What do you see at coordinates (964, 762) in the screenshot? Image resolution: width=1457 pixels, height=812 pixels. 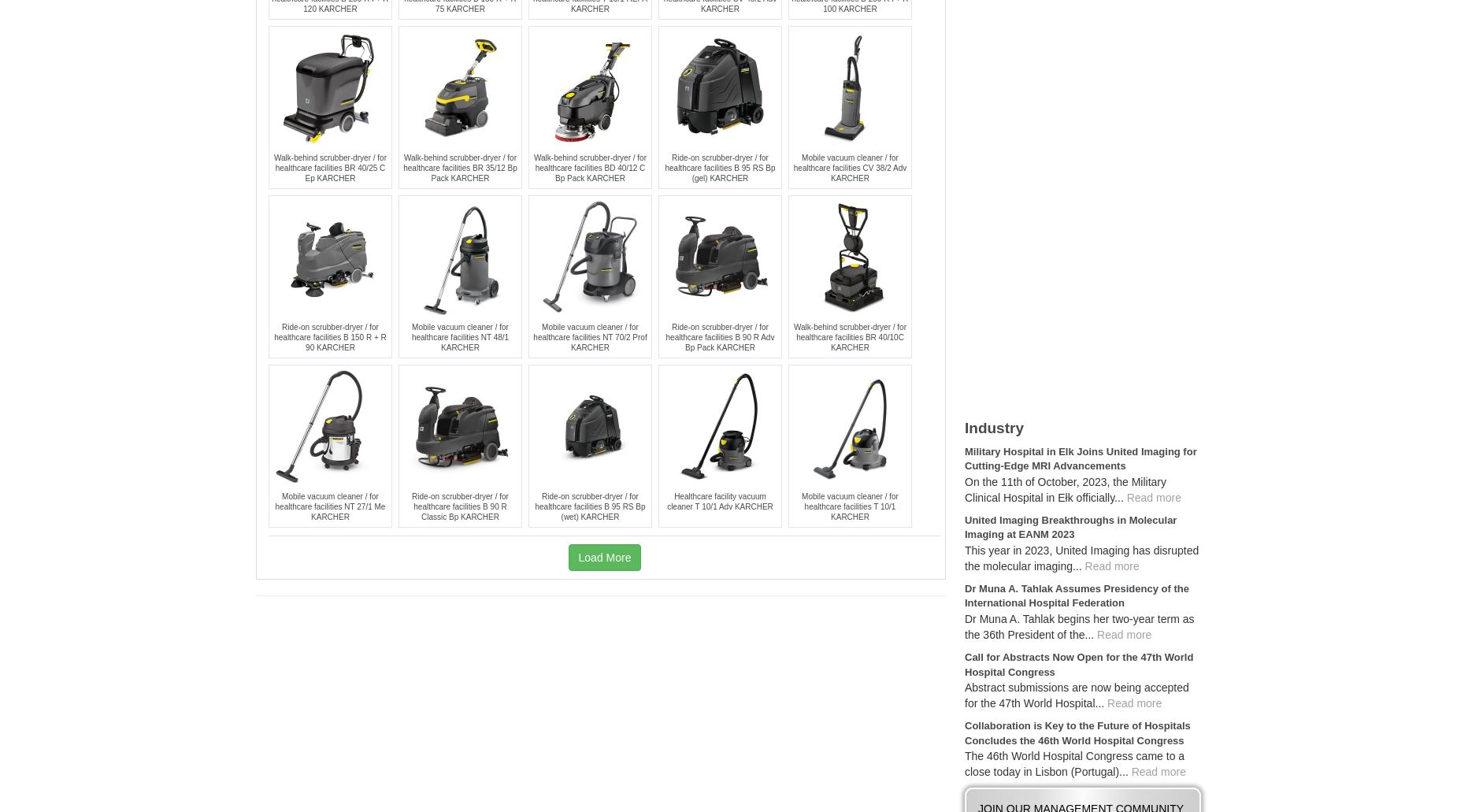 I see `'The 46th World Hospital Congress came to a close today in Lisbon (Portugal)...'` at bounding box center [964, 762].